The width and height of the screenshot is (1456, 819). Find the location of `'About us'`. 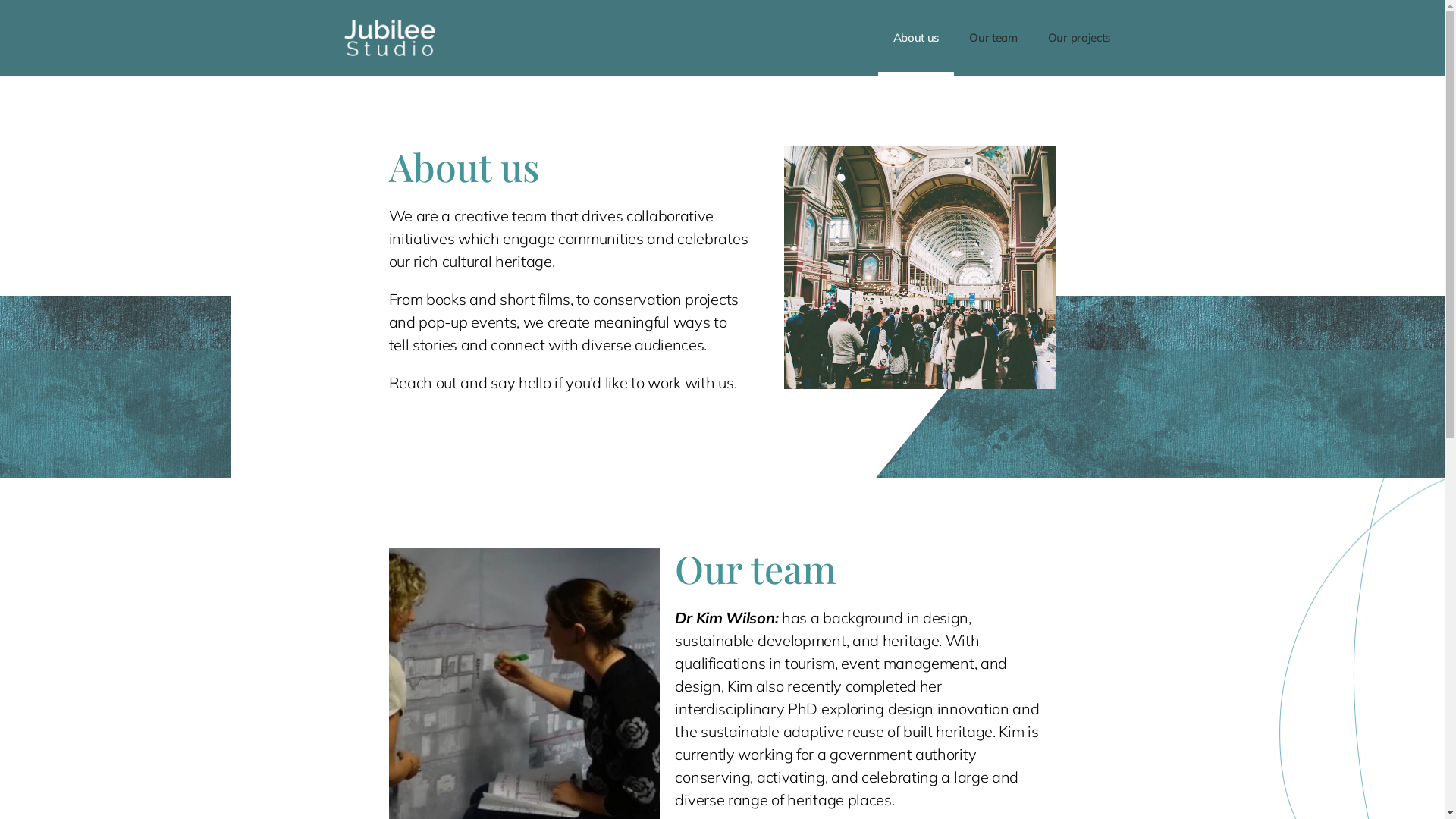

'About us' is located at coordinates (915, 37).